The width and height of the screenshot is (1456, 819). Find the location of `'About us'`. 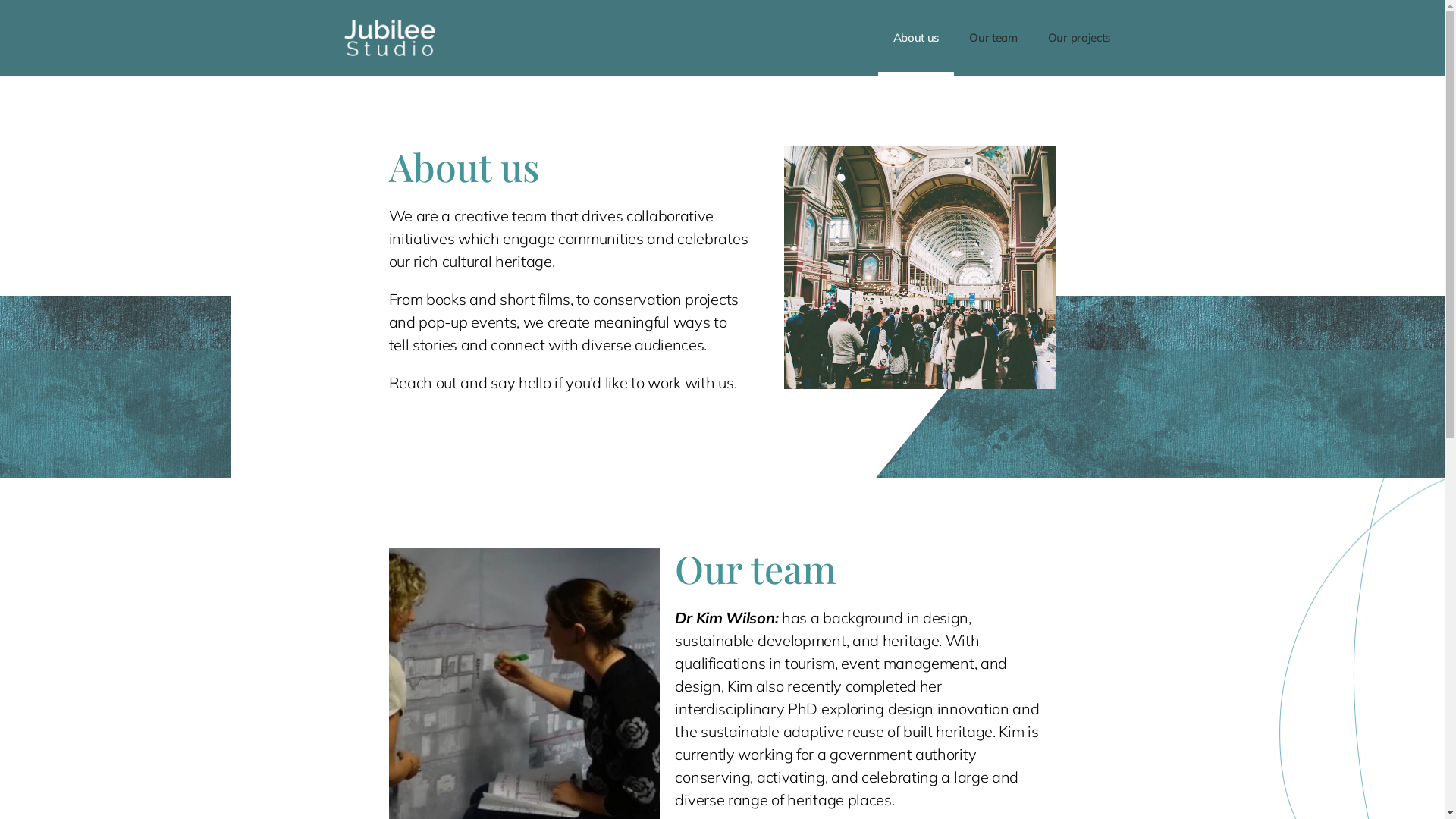

'About us' is located at coordinates (915, 37).